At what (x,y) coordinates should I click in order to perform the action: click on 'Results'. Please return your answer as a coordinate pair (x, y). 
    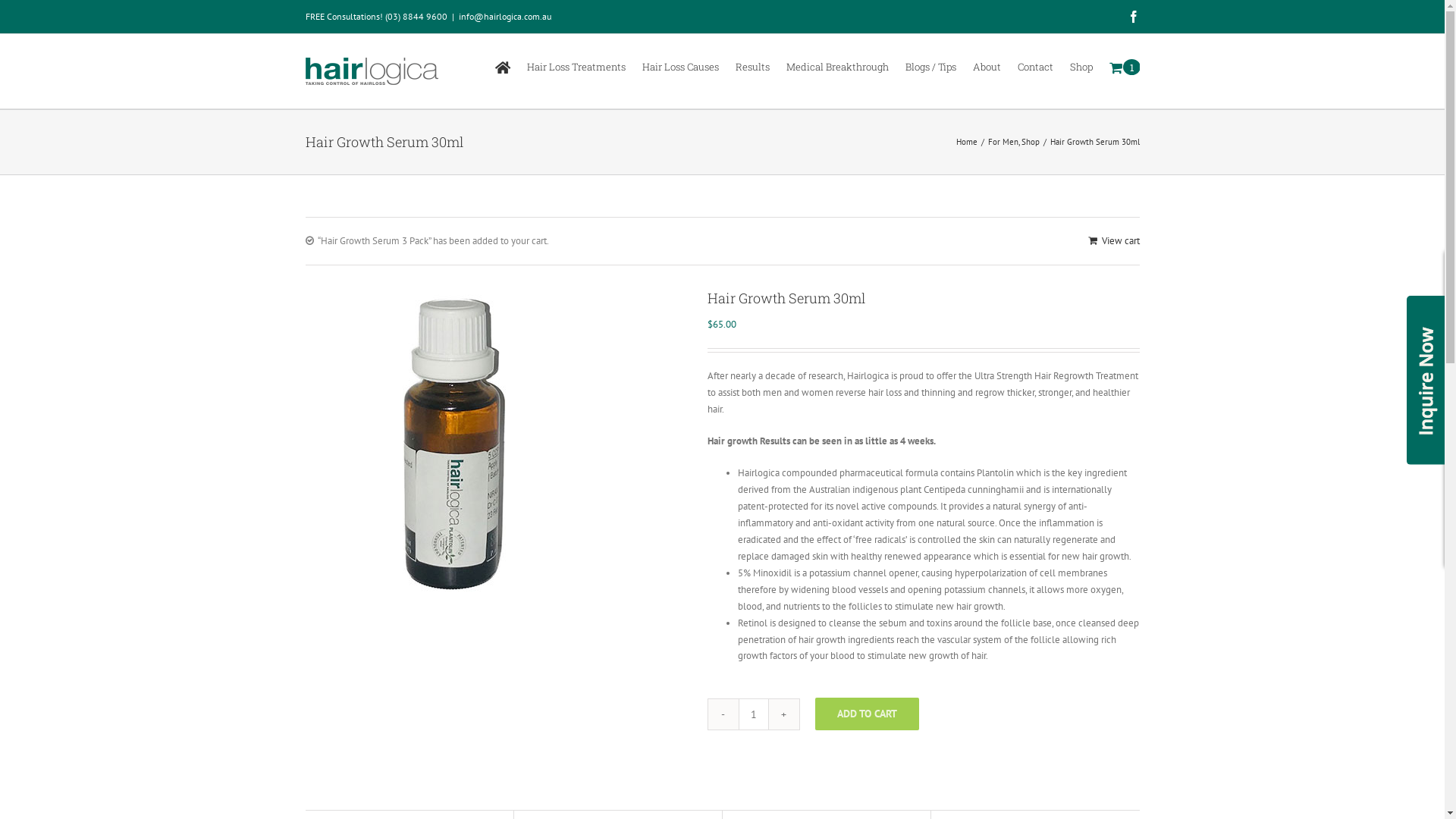
    Looking at the image, I should click on (752, 65).